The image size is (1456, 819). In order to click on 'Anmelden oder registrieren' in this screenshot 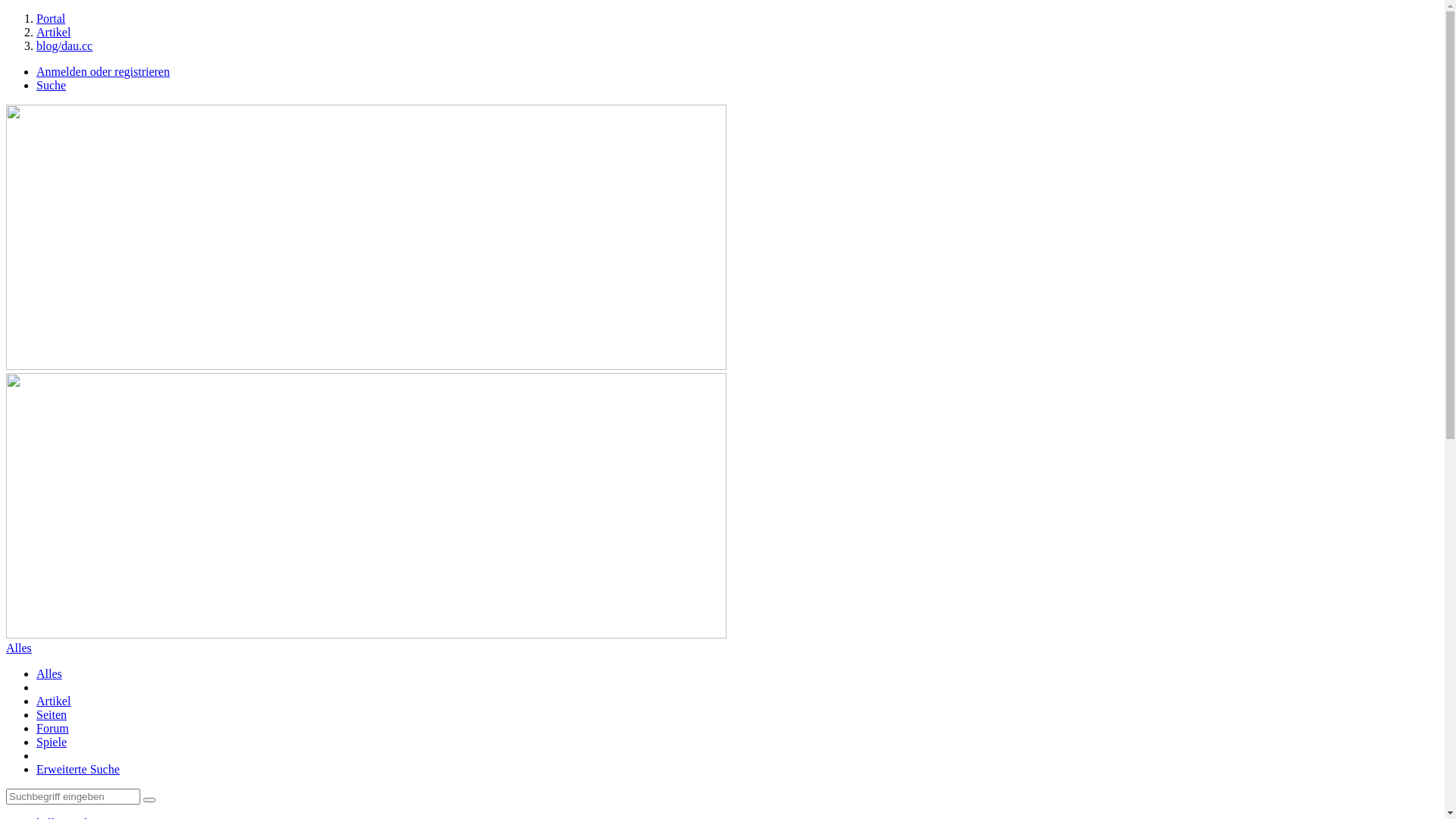, I will do `click(102, 71)`.